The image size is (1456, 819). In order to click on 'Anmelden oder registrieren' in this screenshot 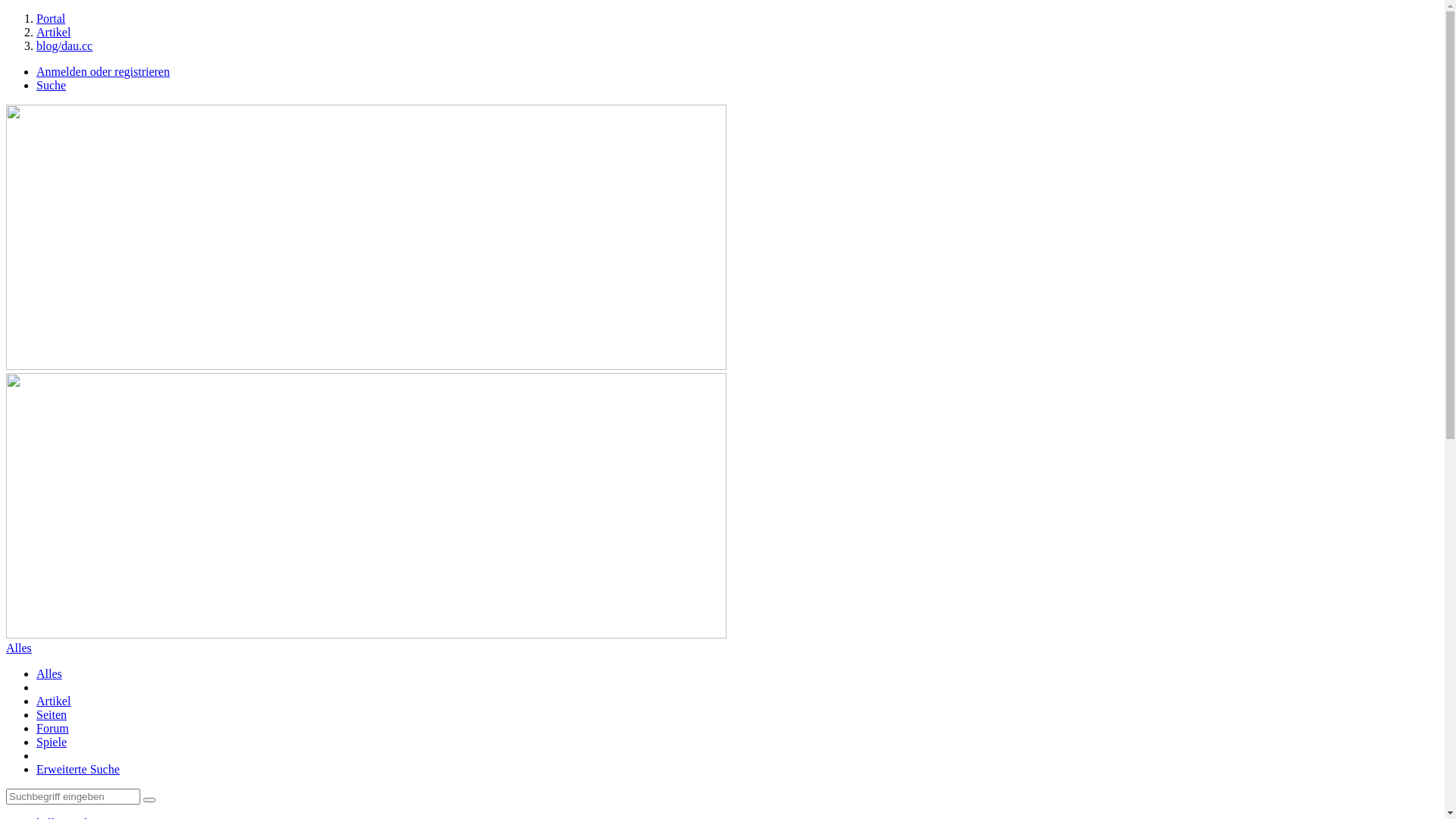, I will do `click(102, 71)`.